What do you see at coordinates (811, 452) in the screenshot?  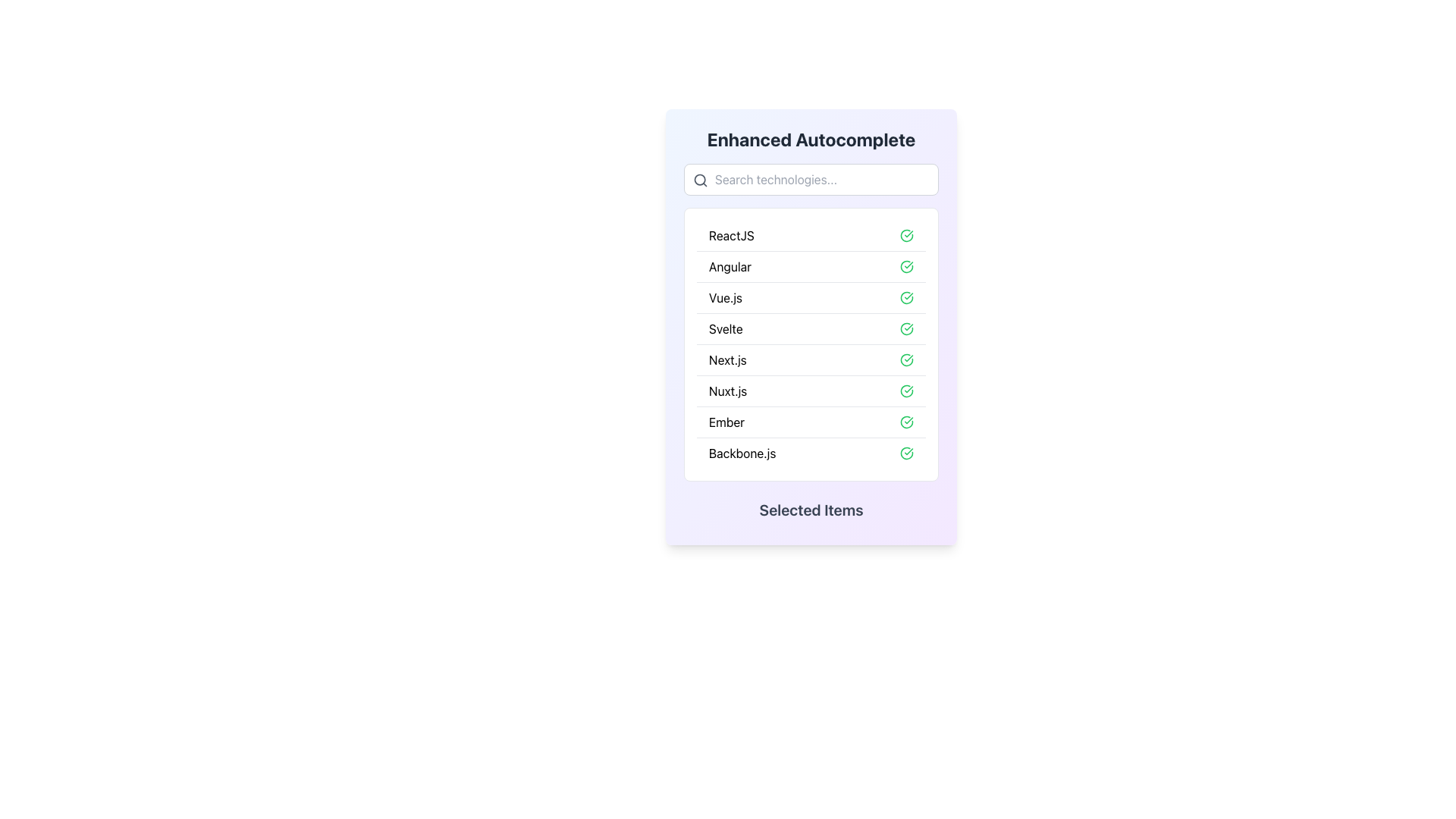 I see `the eighth list item representing the 'Backbone.js' framework` at bounding box center [811, 452].